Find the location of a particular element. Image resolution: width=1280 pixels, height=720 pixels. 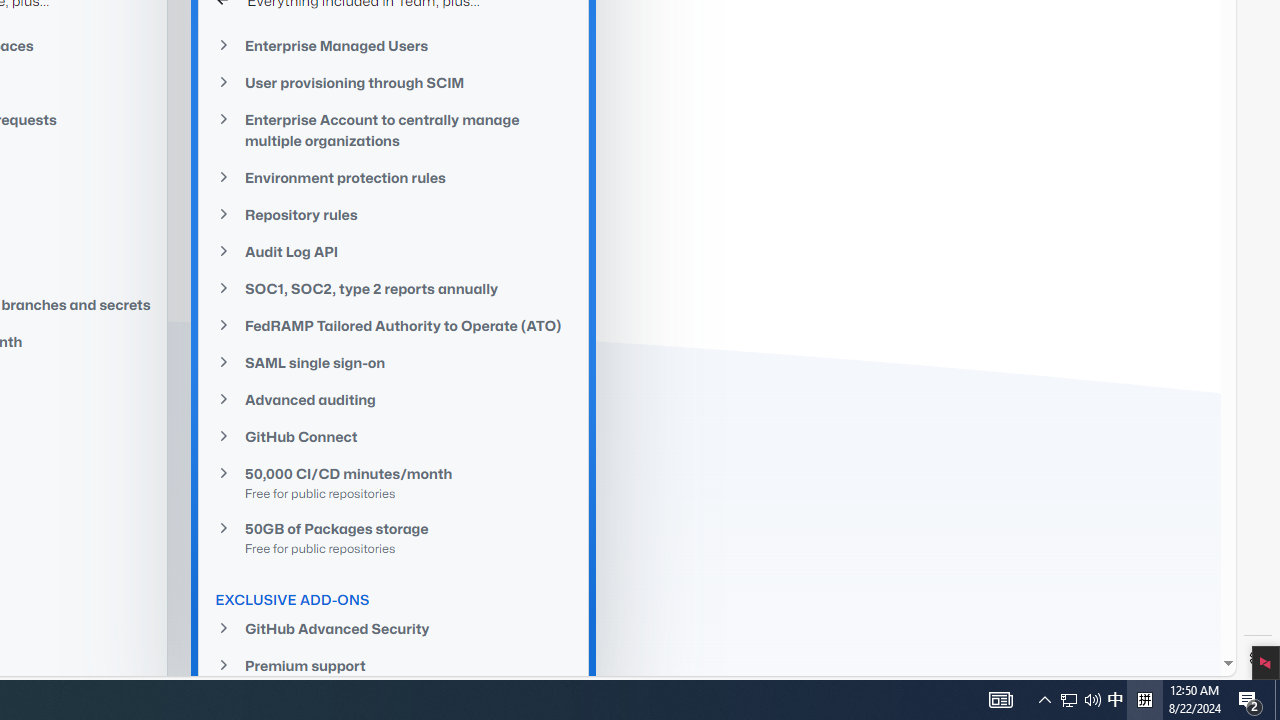

'GitHub Connect' is located at coordinates (394, 435).